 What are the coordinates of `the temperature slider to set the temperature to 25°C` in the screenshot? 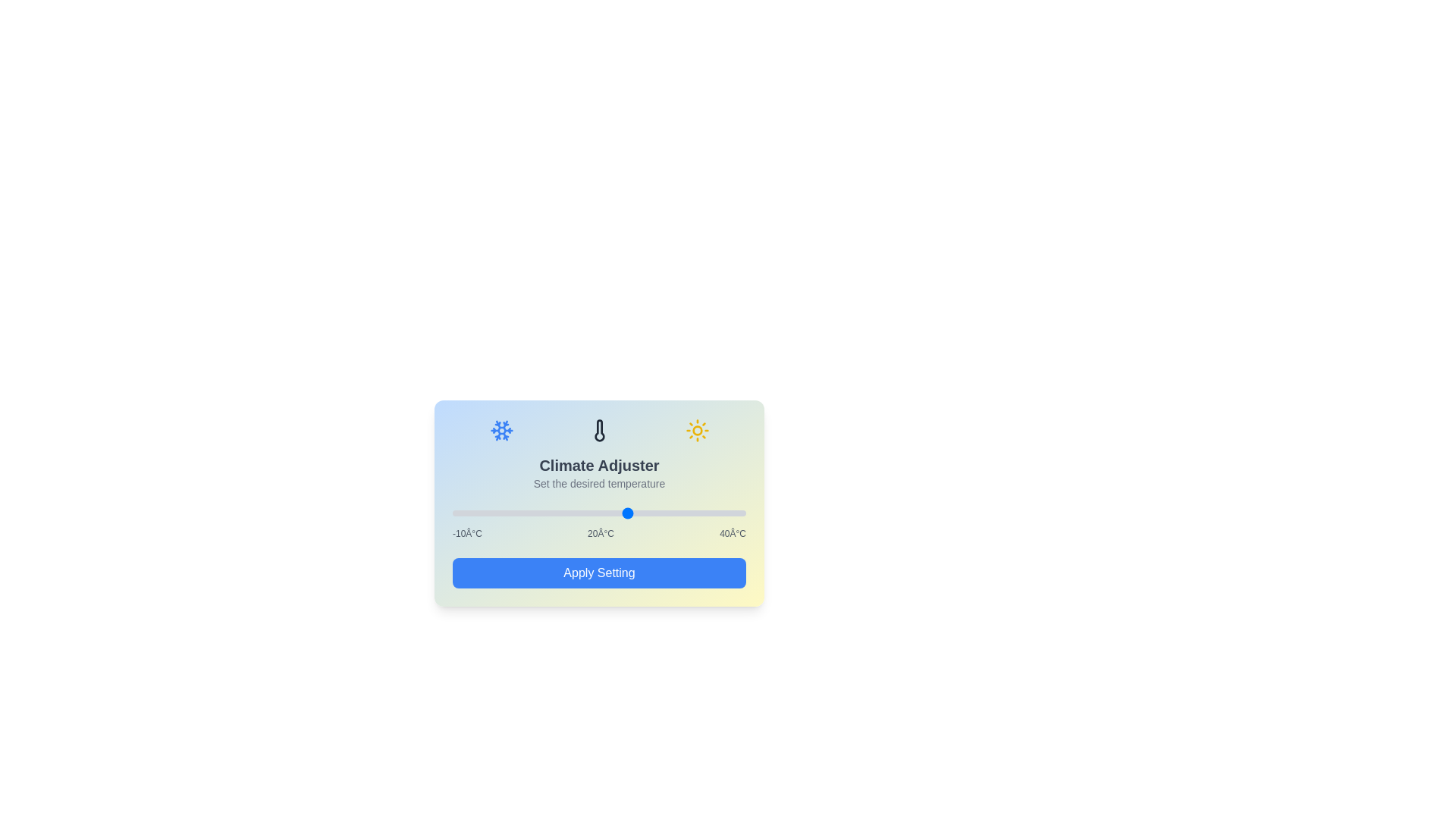 It's located at (657, 513).